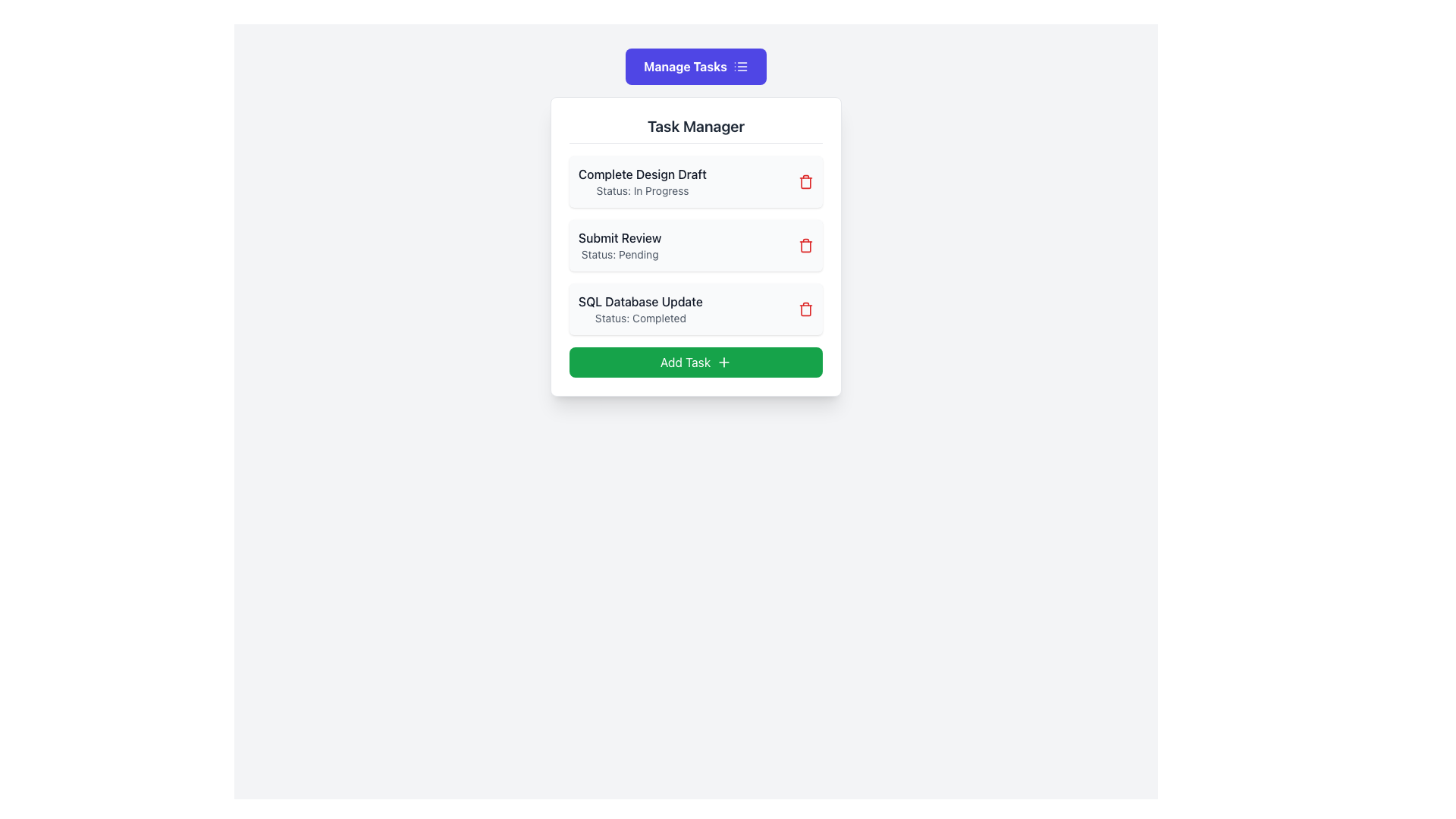 This screenshot has width=1456, height=819. I want to click on the Text Display Box that contains 'Complete Design Draft' and 'Status: In Progress', which is the first item in the task list under the 'Task Manager' title, so click(695, 180).